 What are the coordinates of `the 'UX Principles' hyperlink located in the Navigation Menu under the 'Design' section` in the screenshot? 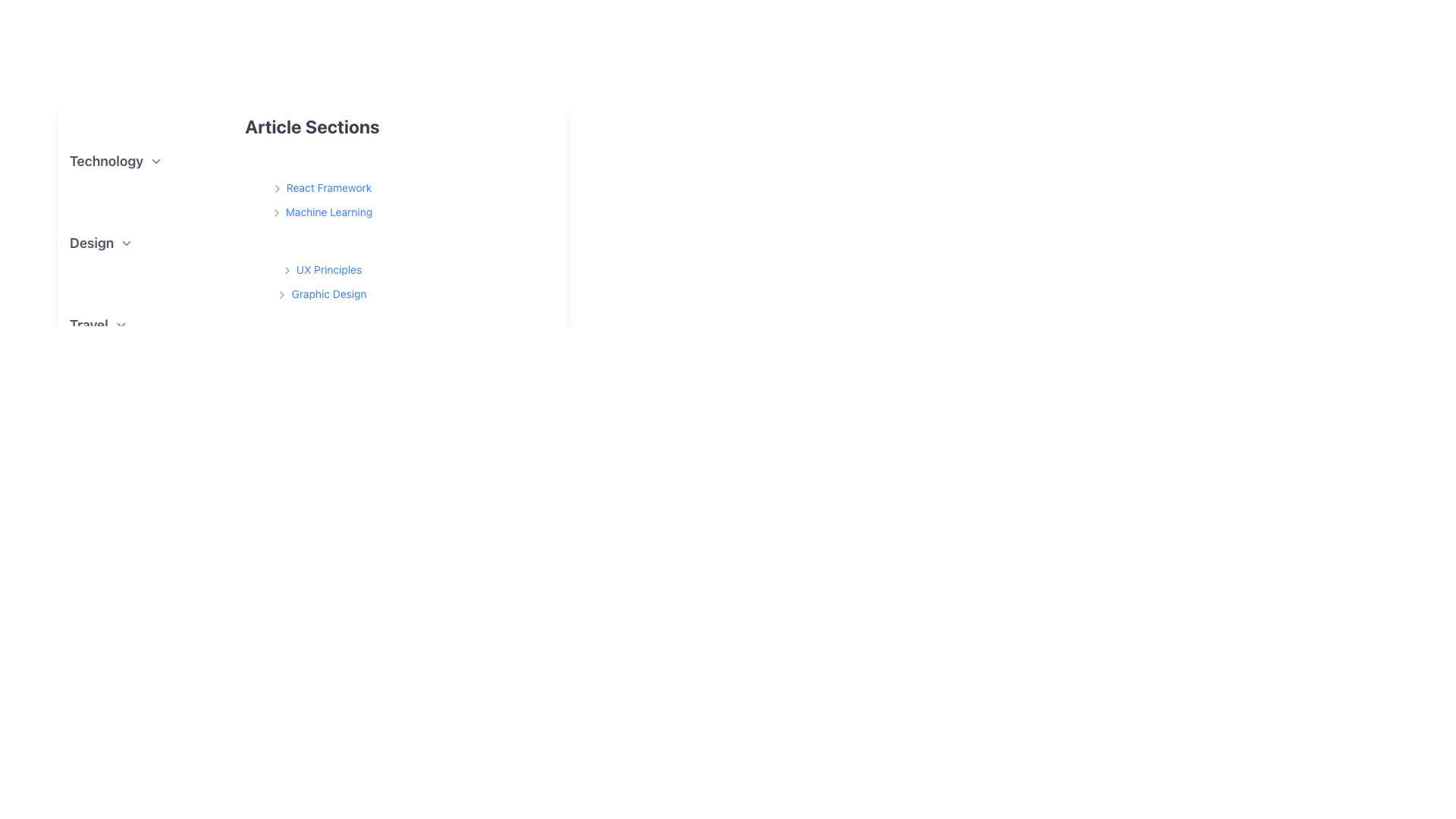 It's located at (320, 281).